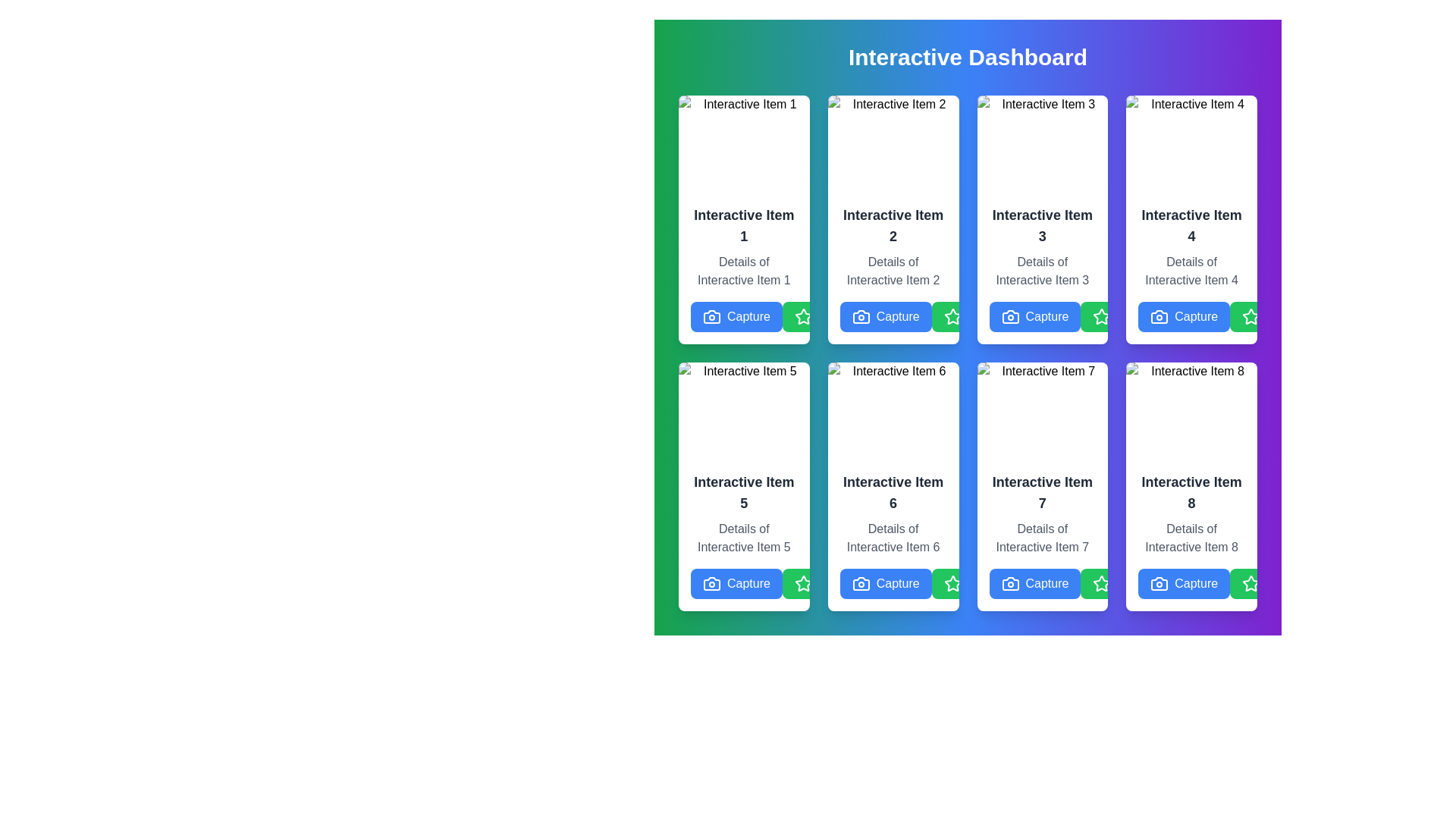 The width and height of the screenshot is (1456, 819). I want to click on the favorite marker icon located in the bottom-right corner of the card labeled 'Interactive Item 4', which is to the right of the 'Capture' button, to mark it as favorite, so click(1251, 315).